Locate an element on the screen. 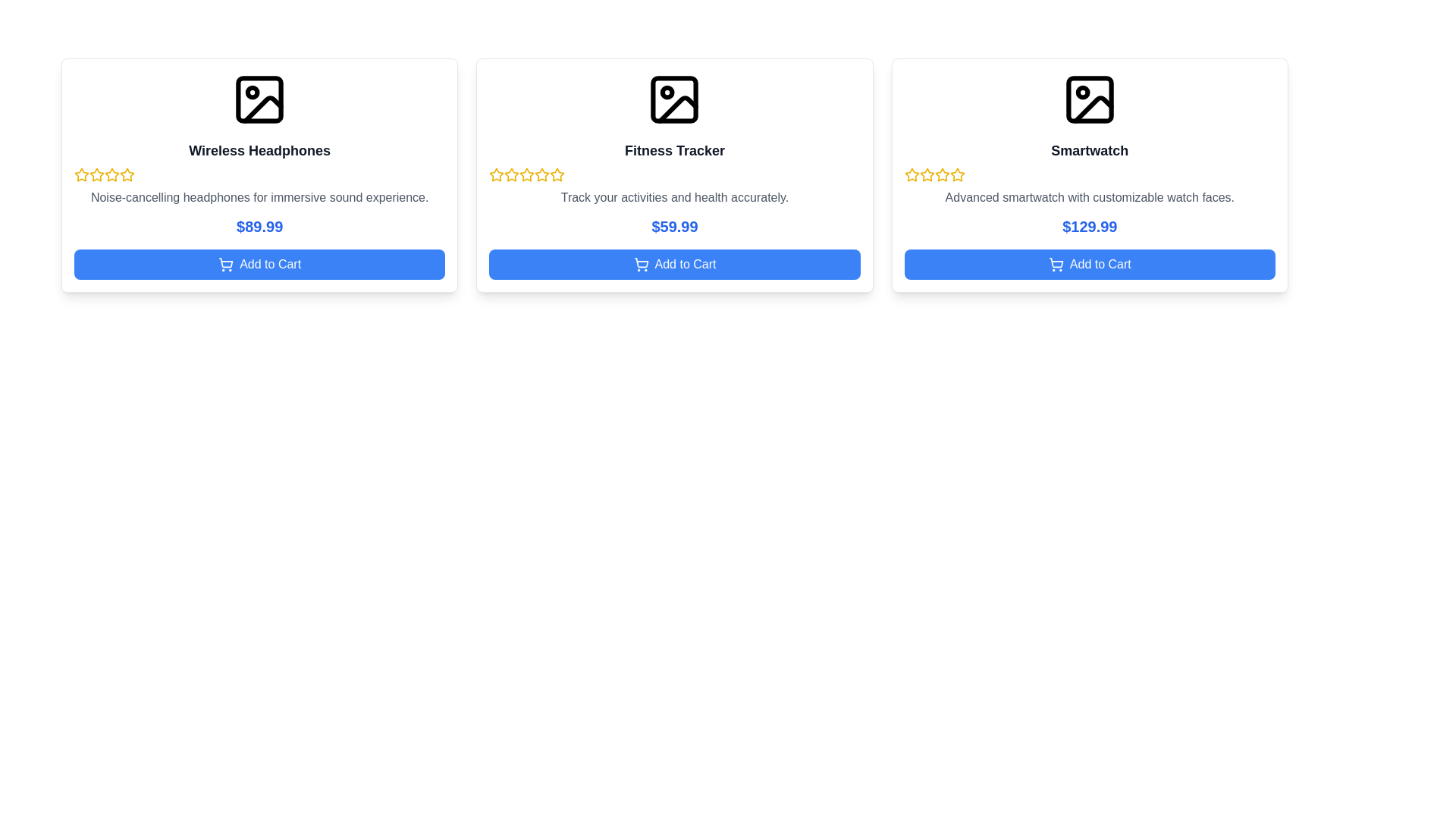  the shopping cart icon inside the 'Add to Cart' button located in the Fitness Tracker card, positioned towards the left side is located at coordinates (641, 263).